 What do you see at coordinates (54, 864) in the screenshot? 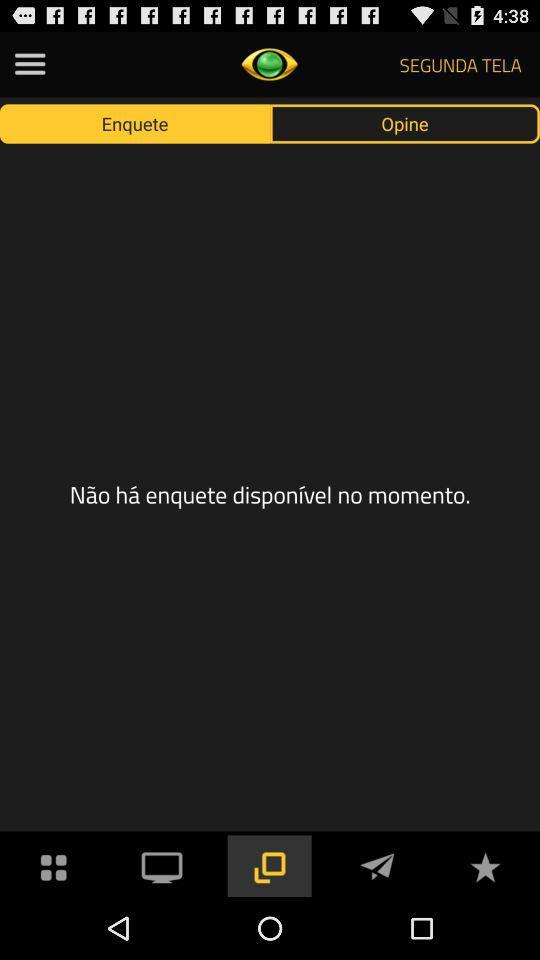
I see `settings/options` at bounding box center [54, 864].